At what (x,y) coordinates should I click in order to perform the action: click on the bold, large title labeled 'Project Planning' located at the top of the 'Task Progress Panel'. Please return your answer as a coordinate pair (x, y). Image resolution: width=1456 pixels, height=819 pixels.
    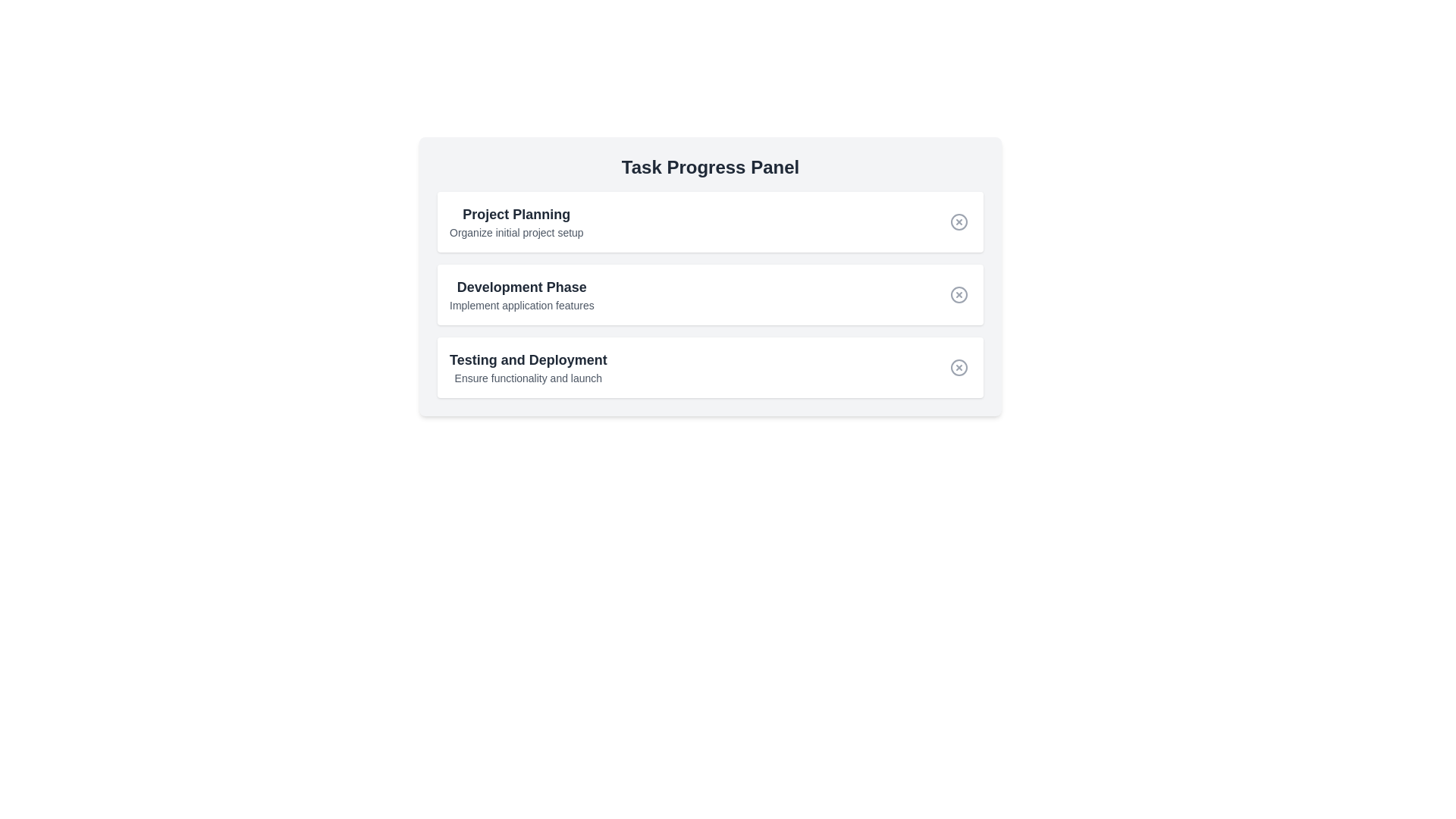
    Looking at the image, I should click on (516, 214).